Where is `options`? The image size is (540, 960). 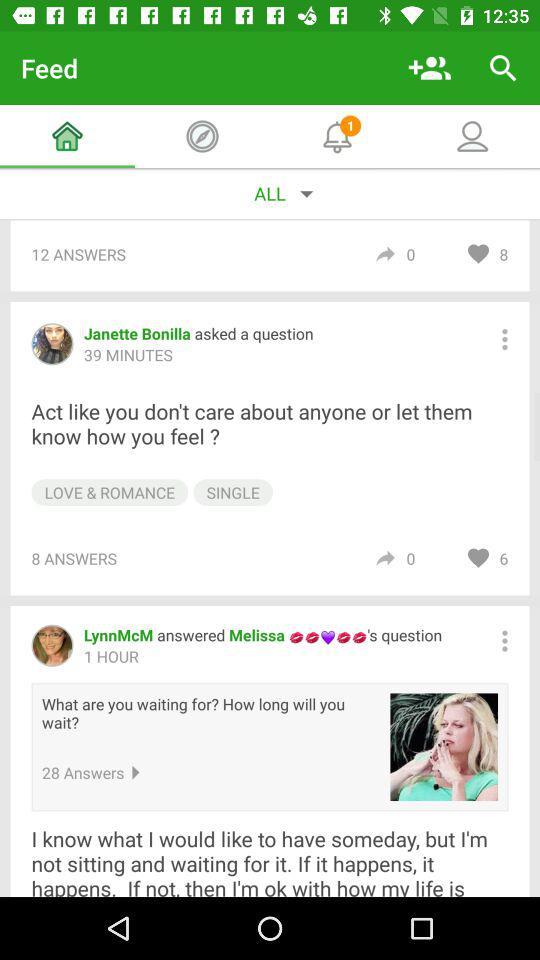
options is located at coordinates (503, 339).